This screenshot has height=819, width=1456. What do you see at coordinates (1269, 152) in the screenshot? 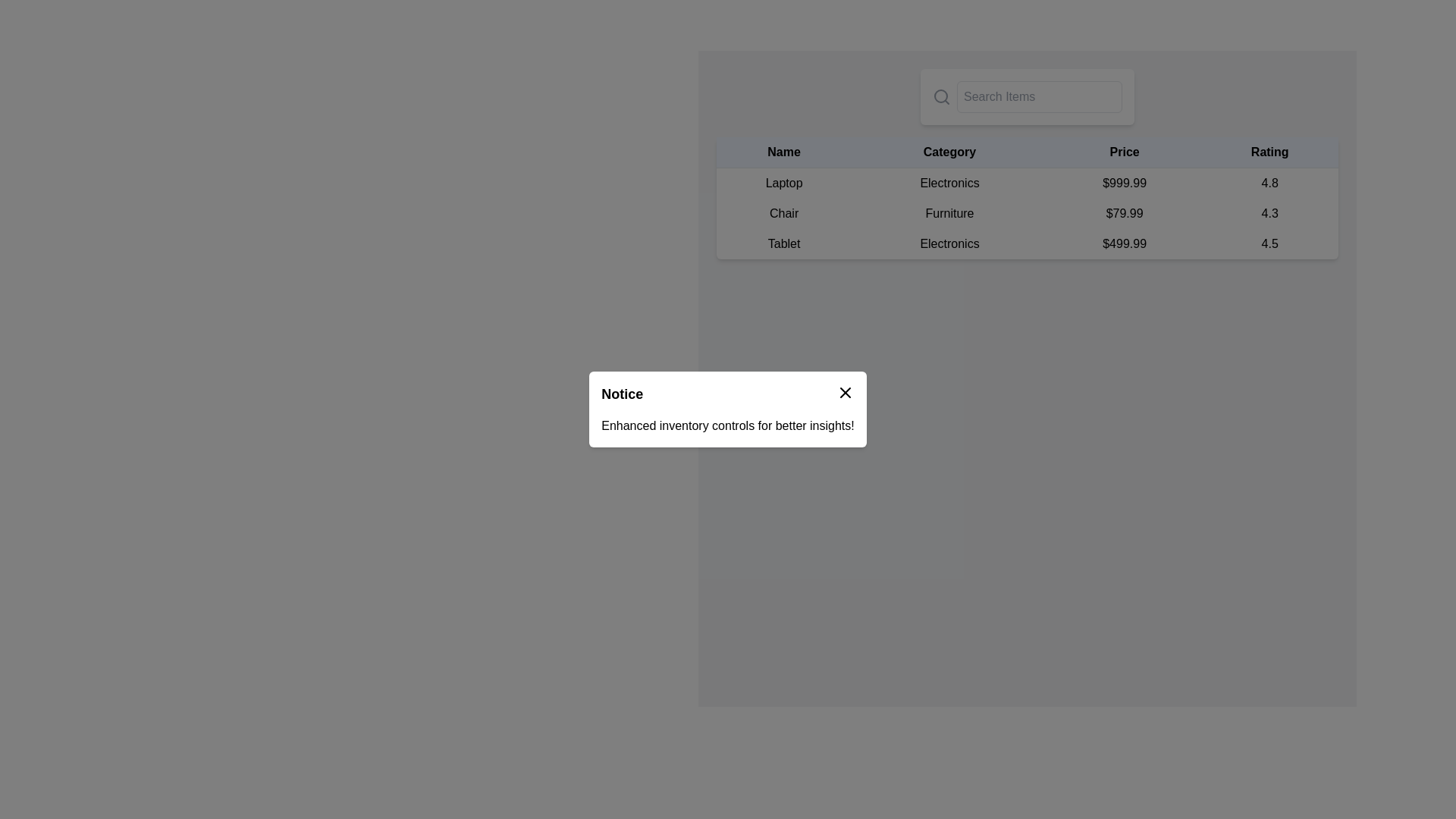
I see `the 'Rating' table header, which is the last column header in a table displaying item ratings, positioned to the far right of 'Price'` at bounding box center [1269, 152].